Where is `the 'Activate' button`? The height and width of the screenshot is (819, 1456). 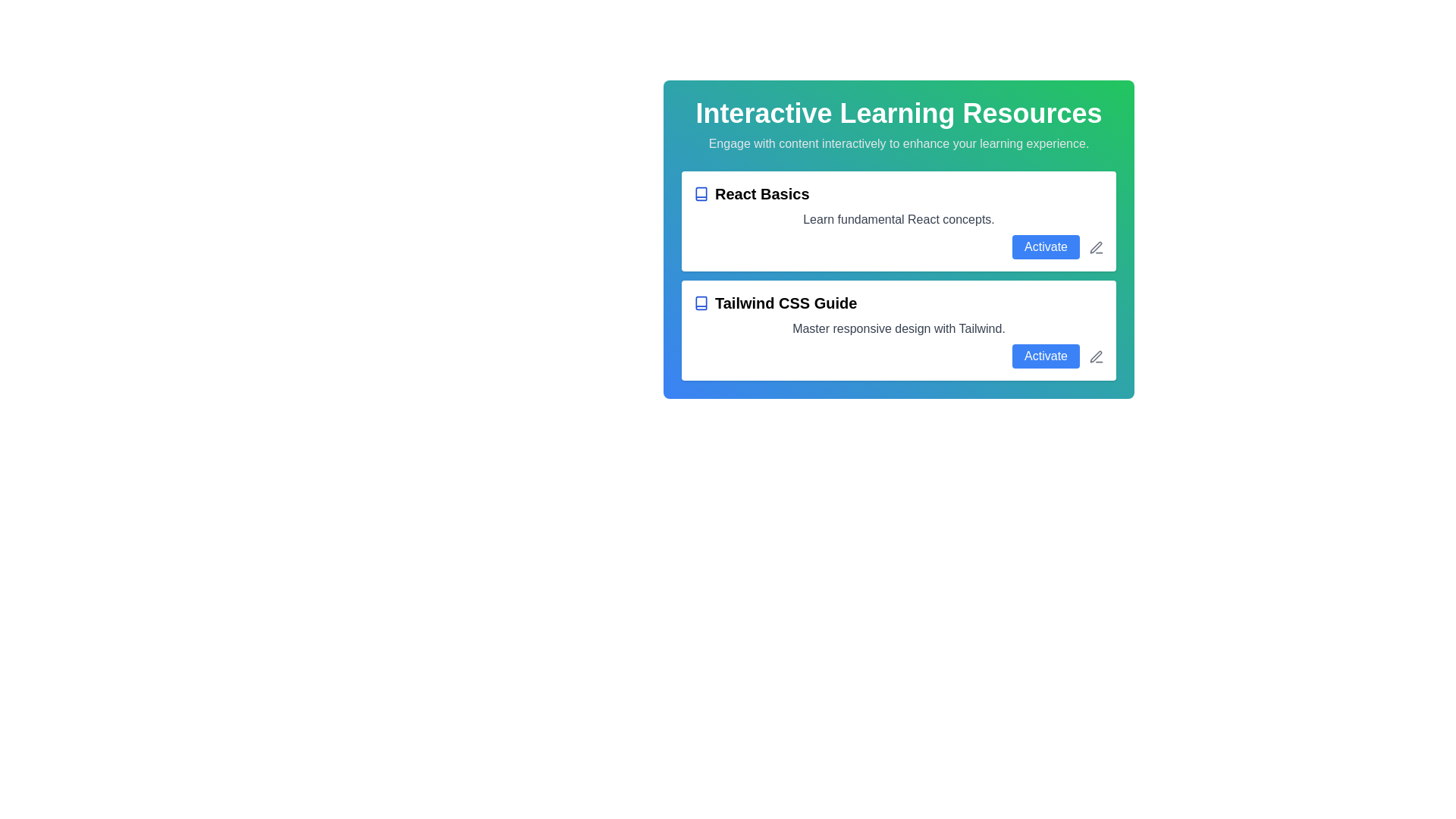 the 'Activate' button is located at coordinates (1045, 246).